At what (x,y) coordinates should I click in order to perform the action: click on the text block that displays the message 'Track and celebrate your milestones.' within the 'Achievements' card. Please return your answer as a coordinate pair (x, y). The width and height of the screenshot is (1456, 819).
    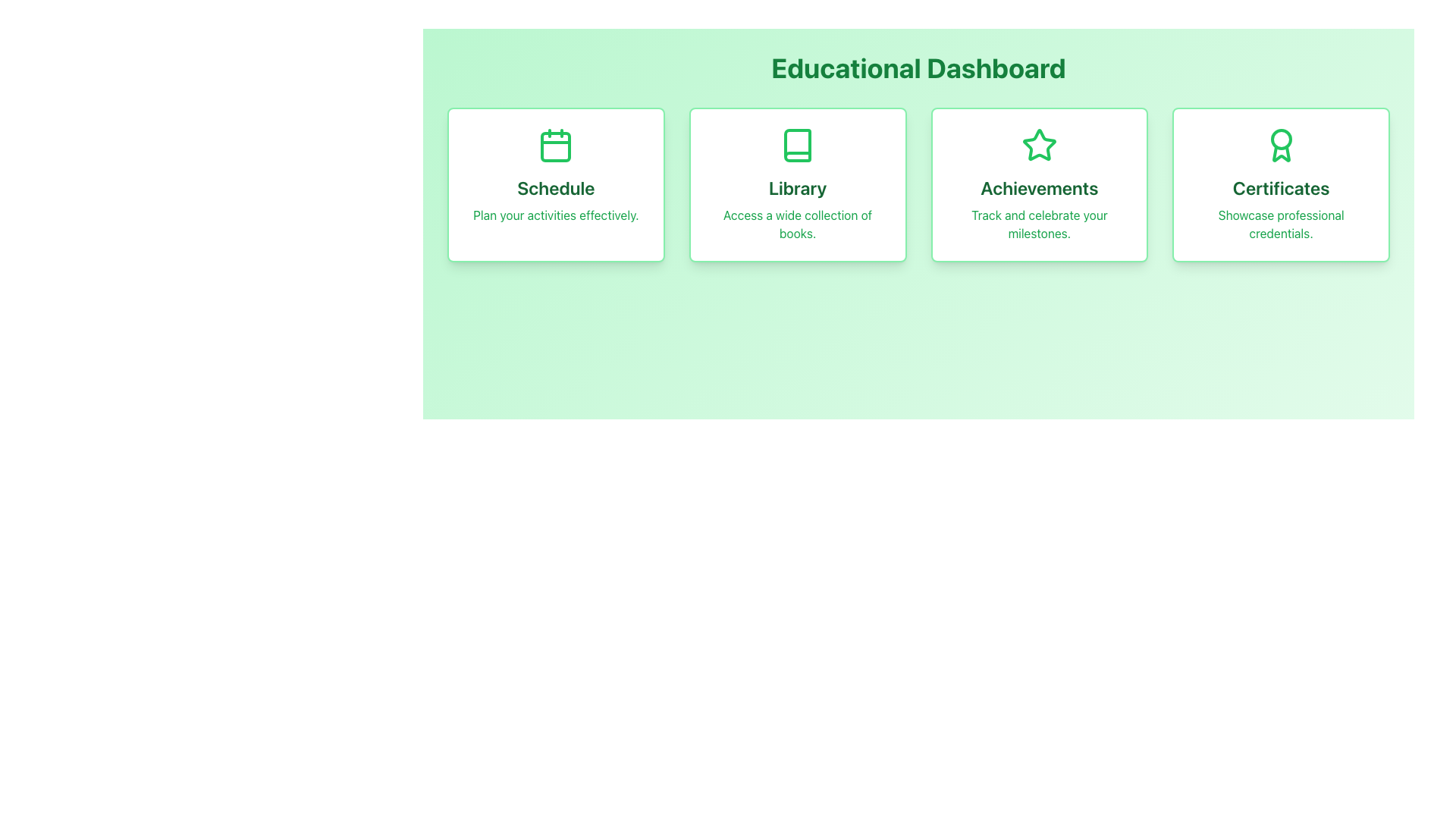
    Looking at the image, I should click on (1038, 224).